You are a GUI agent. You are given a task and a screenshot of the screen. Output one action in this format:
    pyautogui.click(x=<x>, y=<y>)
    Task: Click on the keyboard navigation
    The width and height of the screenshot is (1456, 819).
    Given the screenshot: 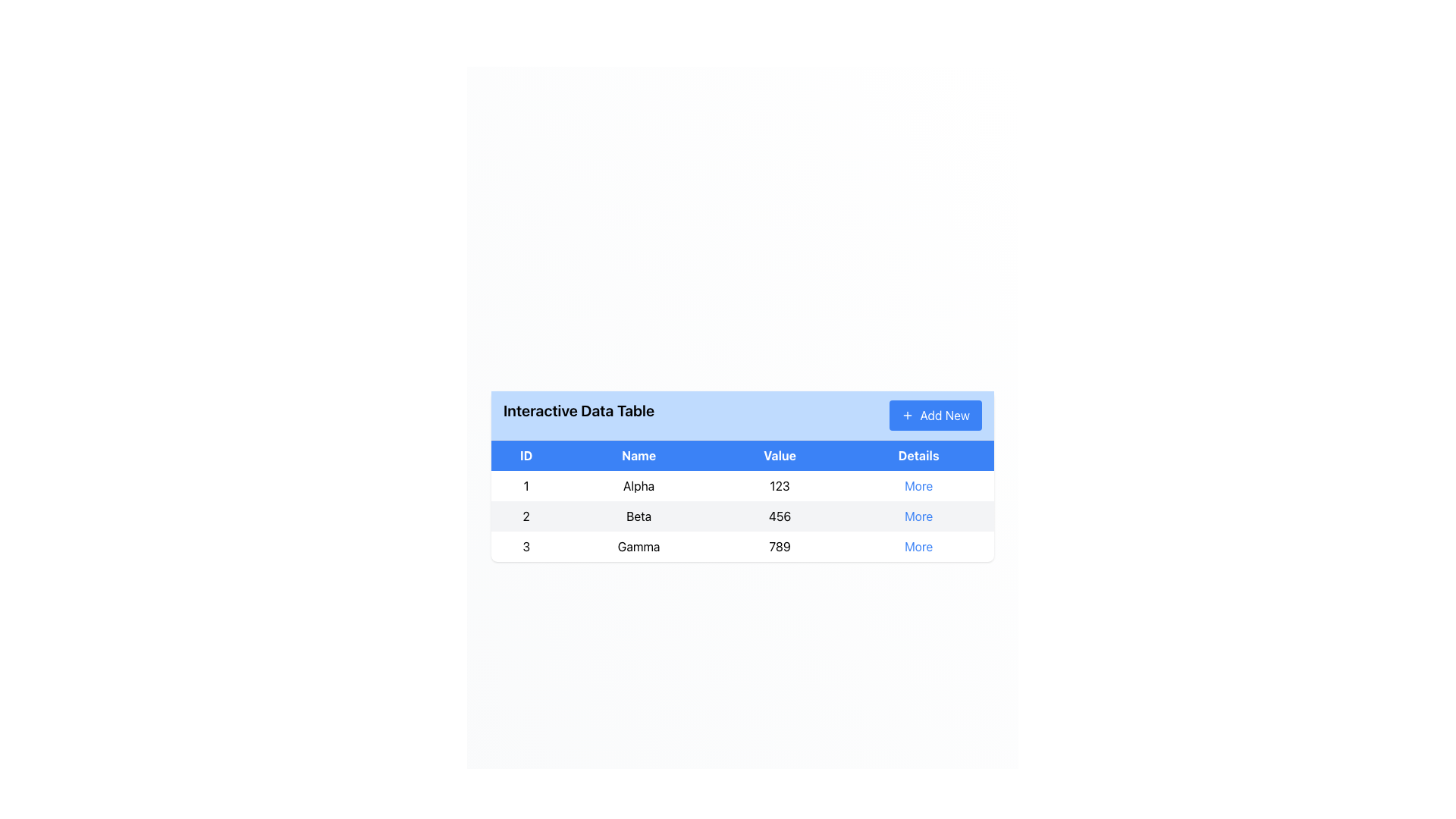 What is the action you would take?
    pyautogui.click(x=742, y=485)
    